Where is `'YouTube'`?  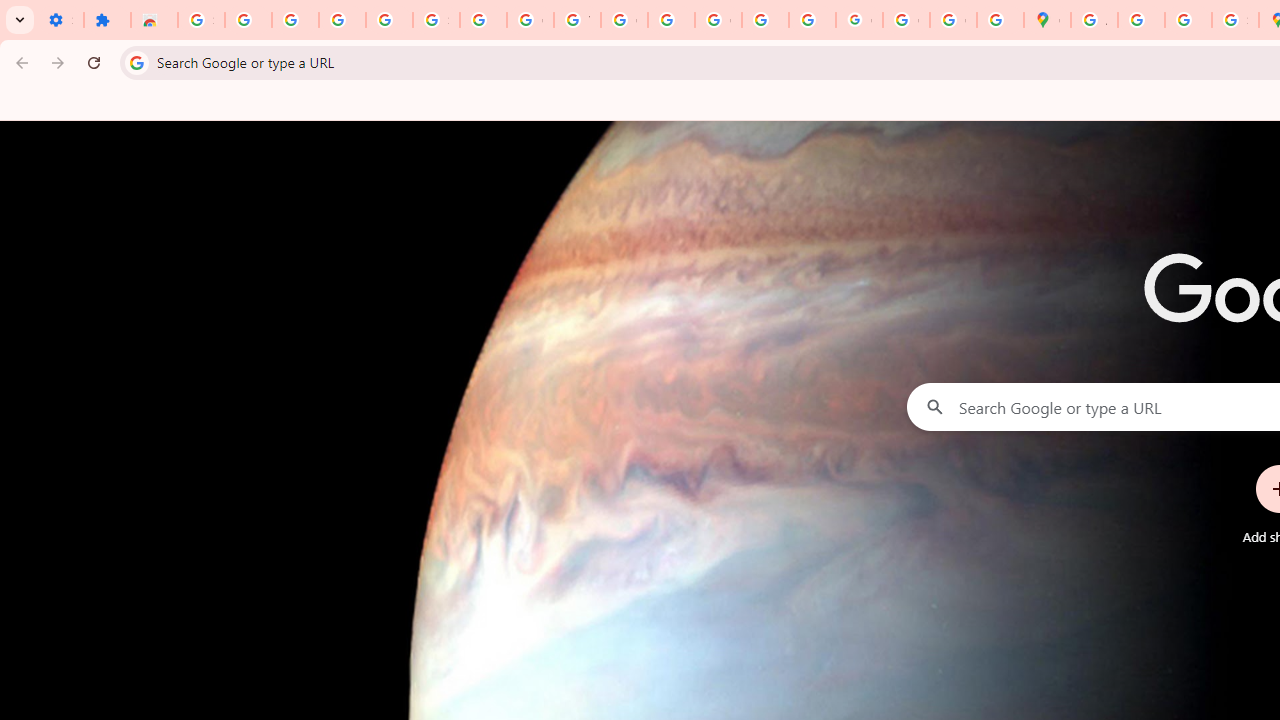
'YouTube' is located at coordinates (576, 20).